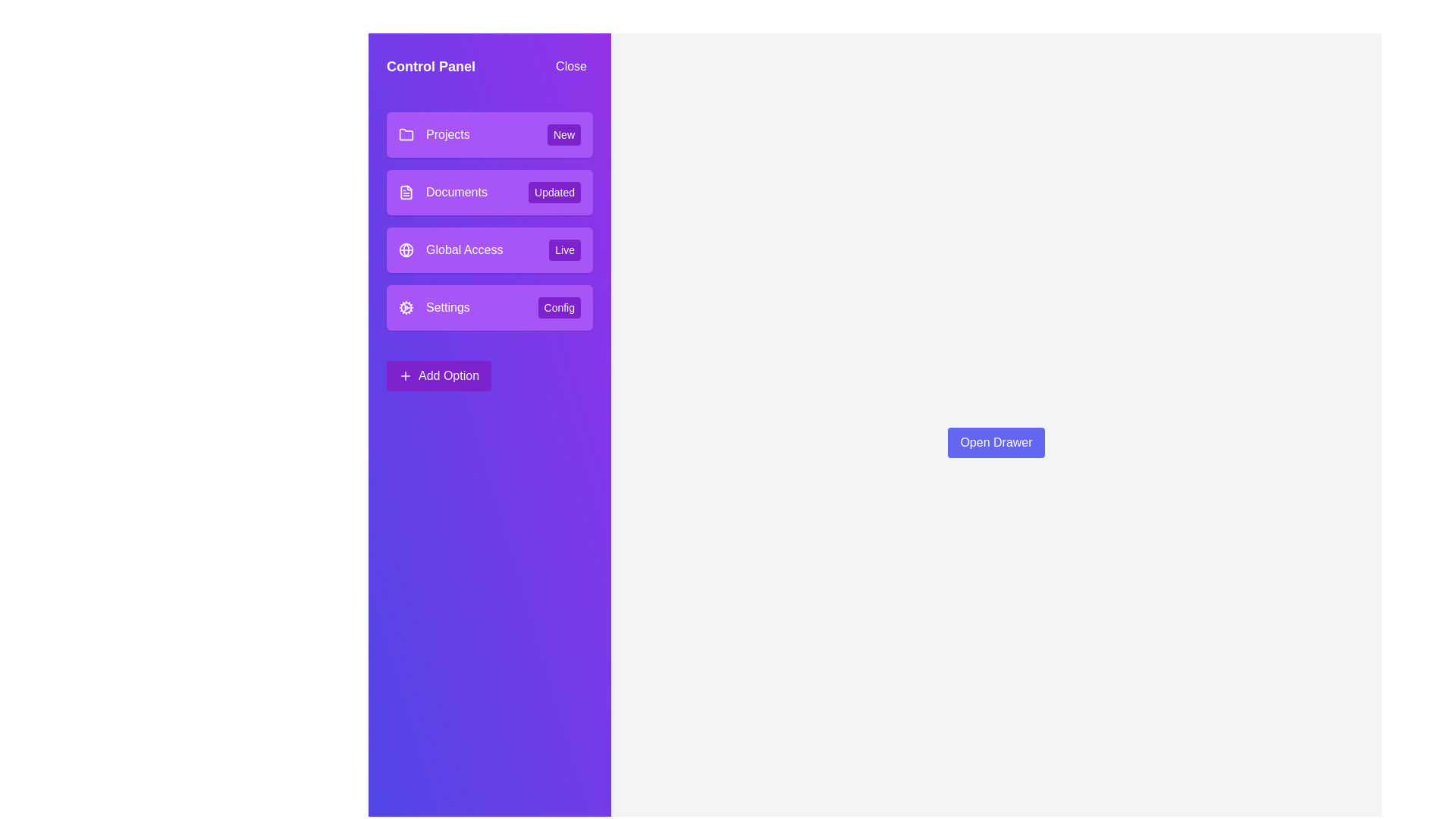 The height and width of the screenshot is (819, 1456). What do you see at coordinates (490, 249) in the screenshot?
I see `the menu item with the title Global Access` at bounding box center [490, 249].